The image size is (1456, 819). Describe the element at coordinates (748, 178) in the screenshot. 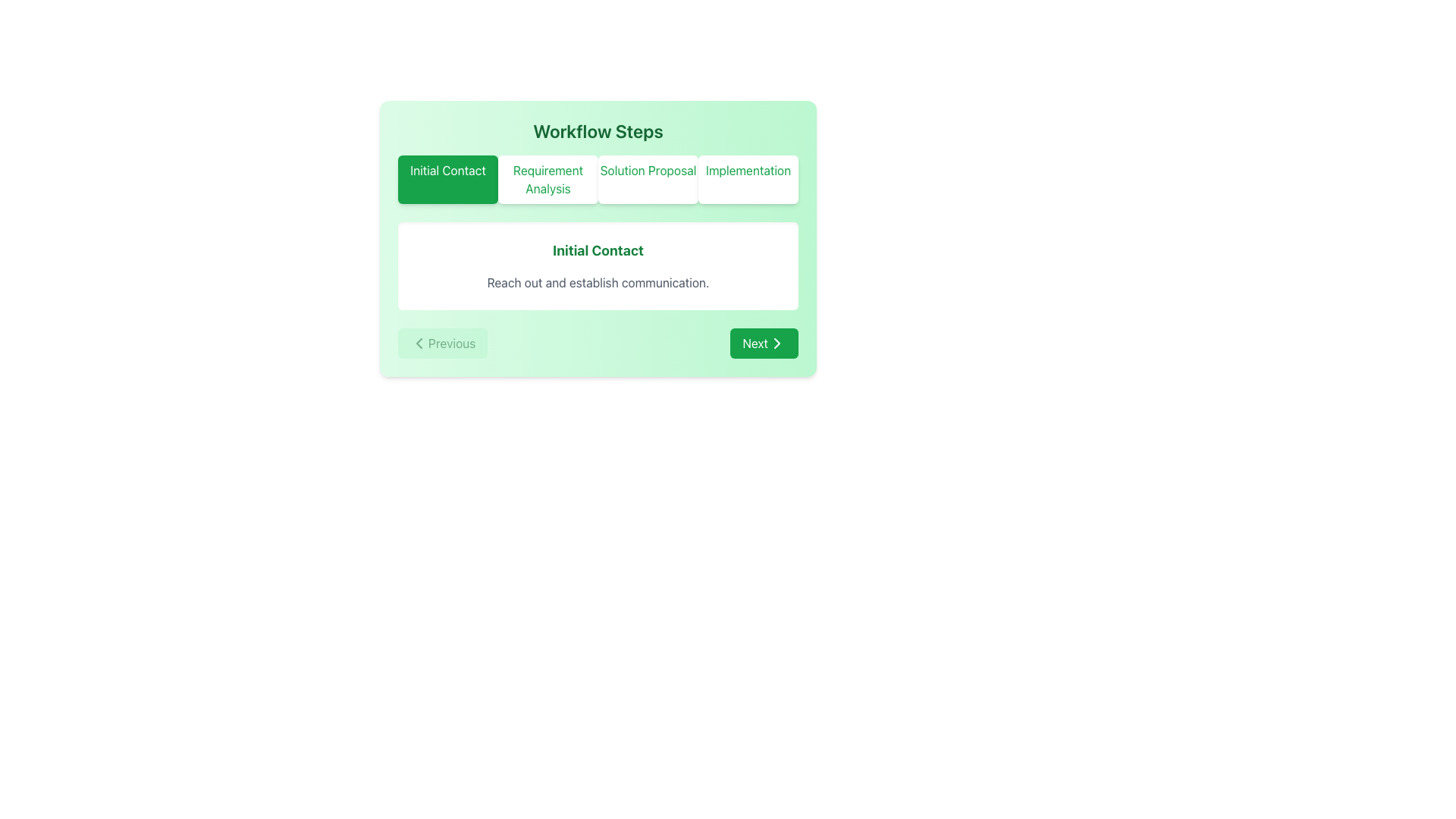

I see `the 'Implementation' button, which is a rectangular button with green text on a white background, located at the top-right section of the component area` at that location.